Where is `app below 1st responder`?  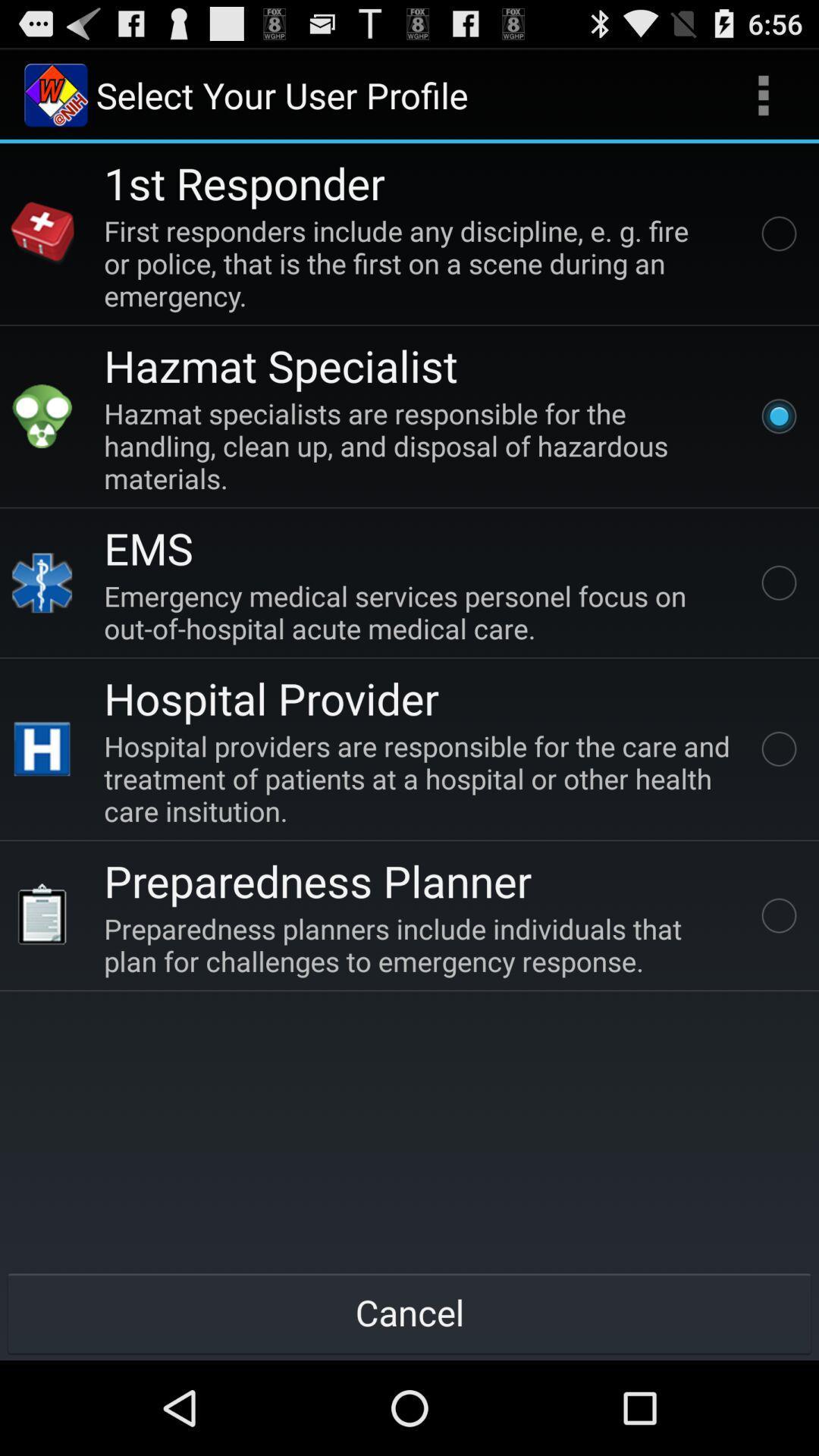
app below 1st responder is located at coordinates (420, 263).